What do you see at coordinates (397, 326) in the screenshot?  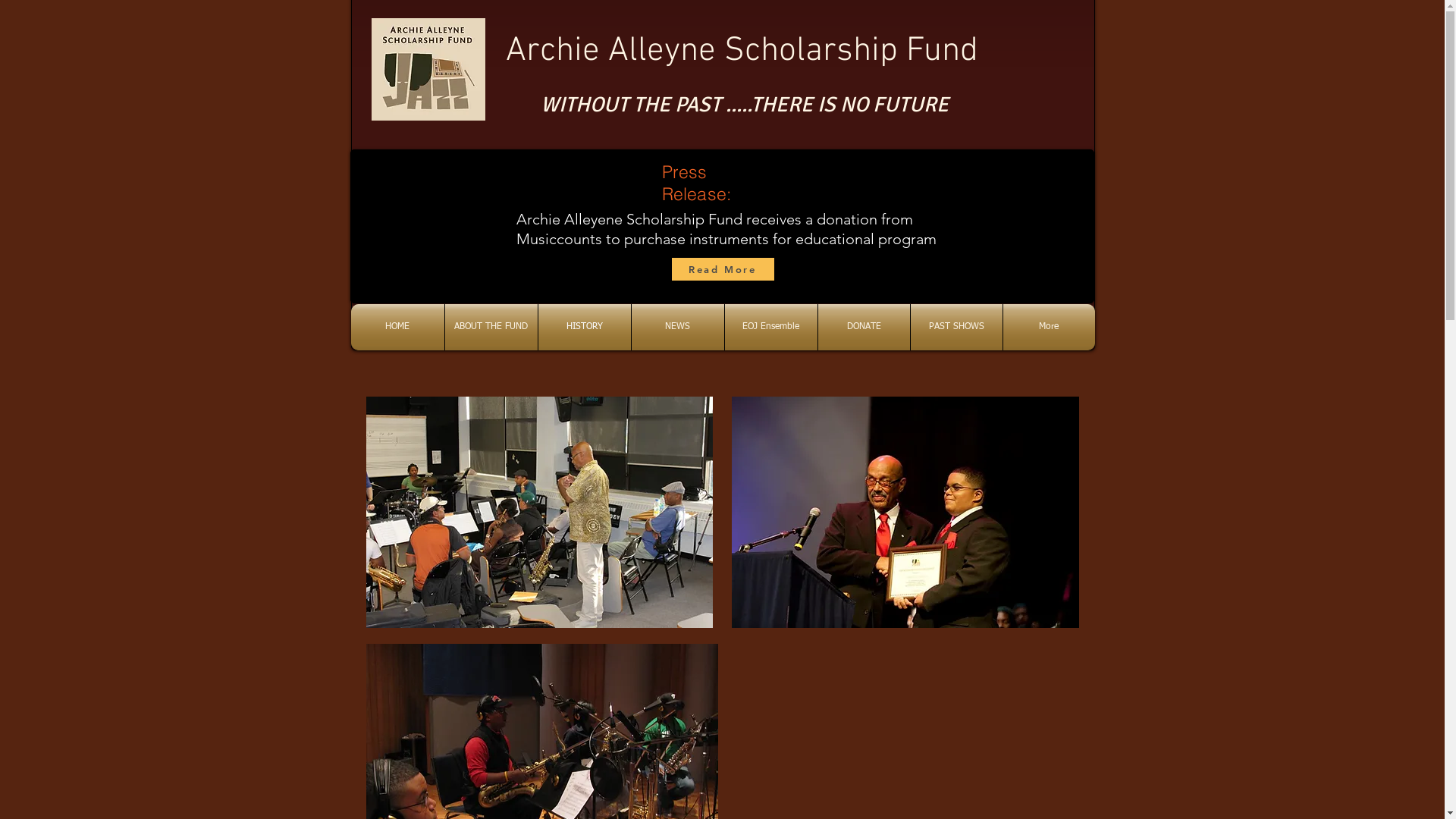 I see `'HOME'` at bounding box center [397, 326].